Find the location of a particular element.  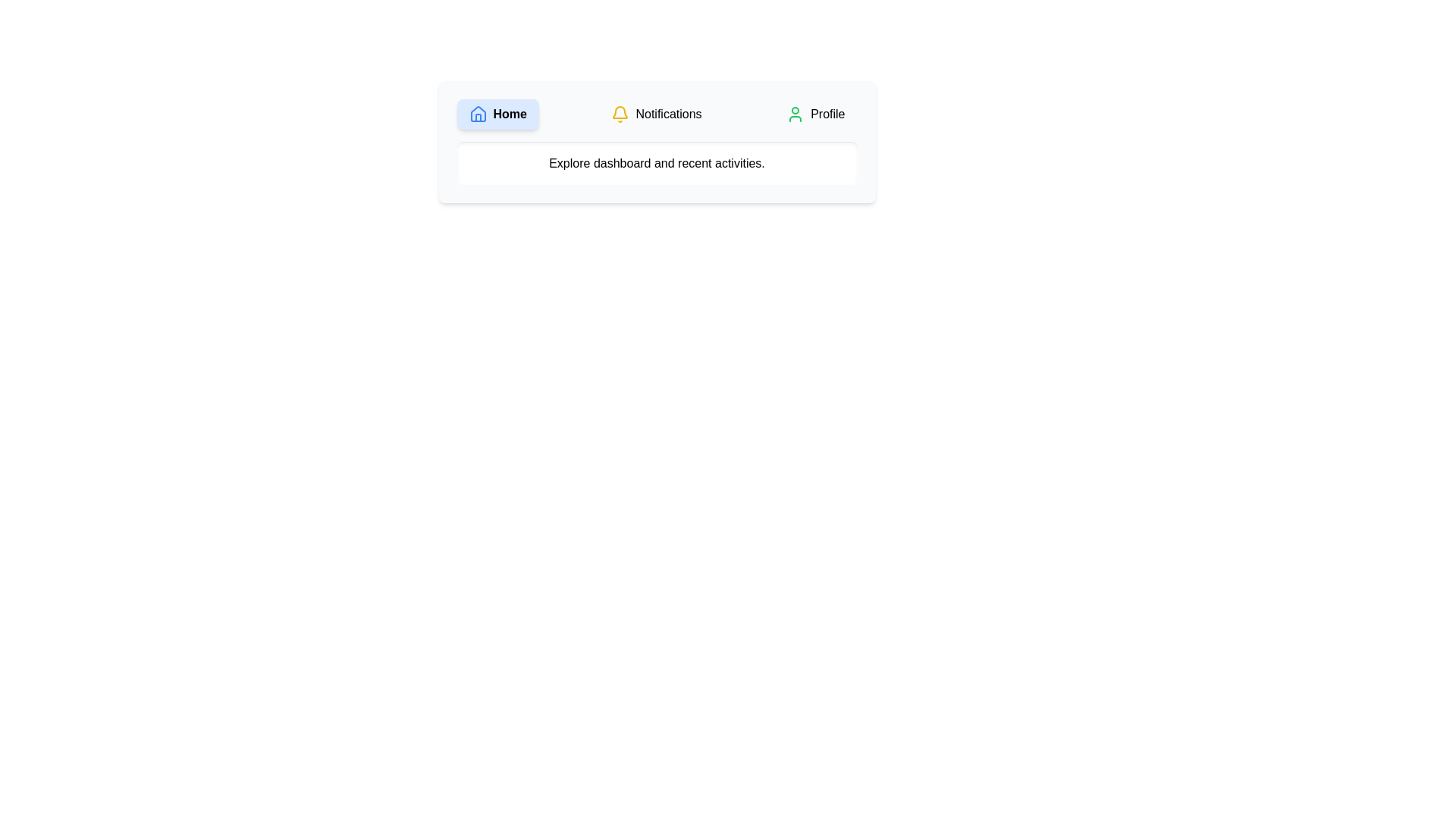

the Profile tab to observe its hover effect is located at coordinates (814, 113).